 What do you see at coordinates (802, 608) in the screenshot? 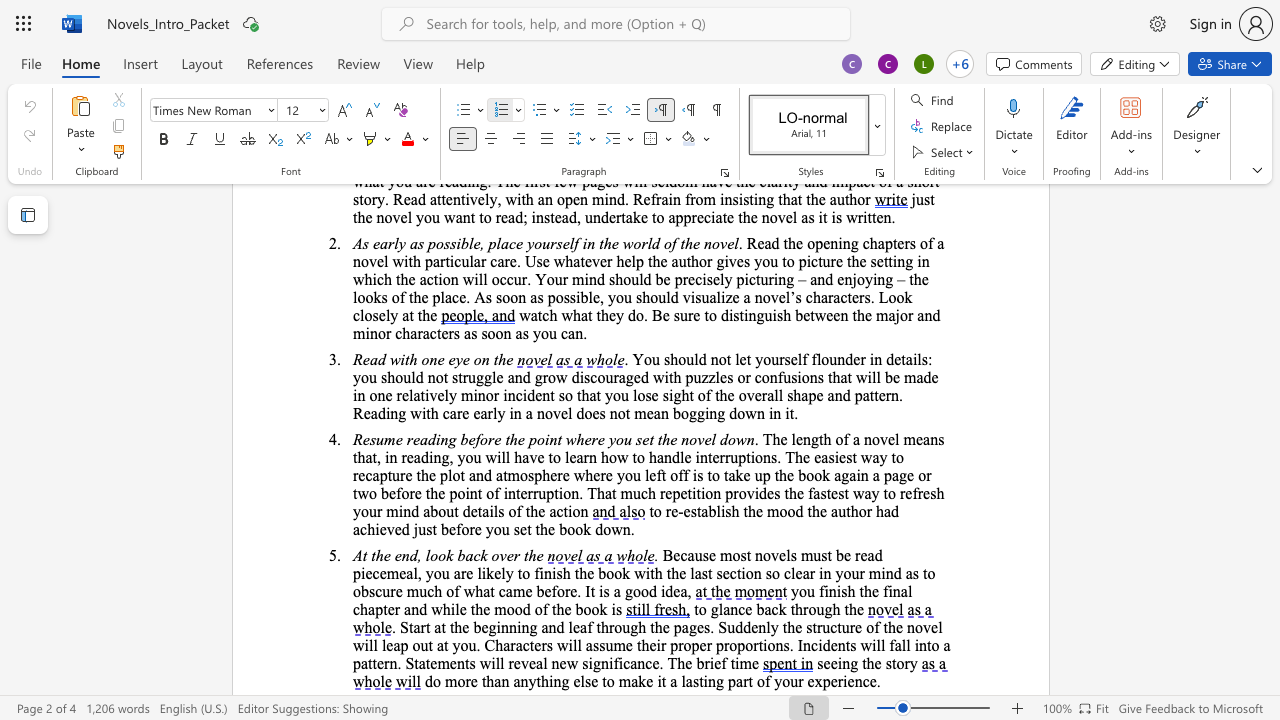
I see `the space between the continuous character "h" and "r" in the text` at bounding box center [802, 608].